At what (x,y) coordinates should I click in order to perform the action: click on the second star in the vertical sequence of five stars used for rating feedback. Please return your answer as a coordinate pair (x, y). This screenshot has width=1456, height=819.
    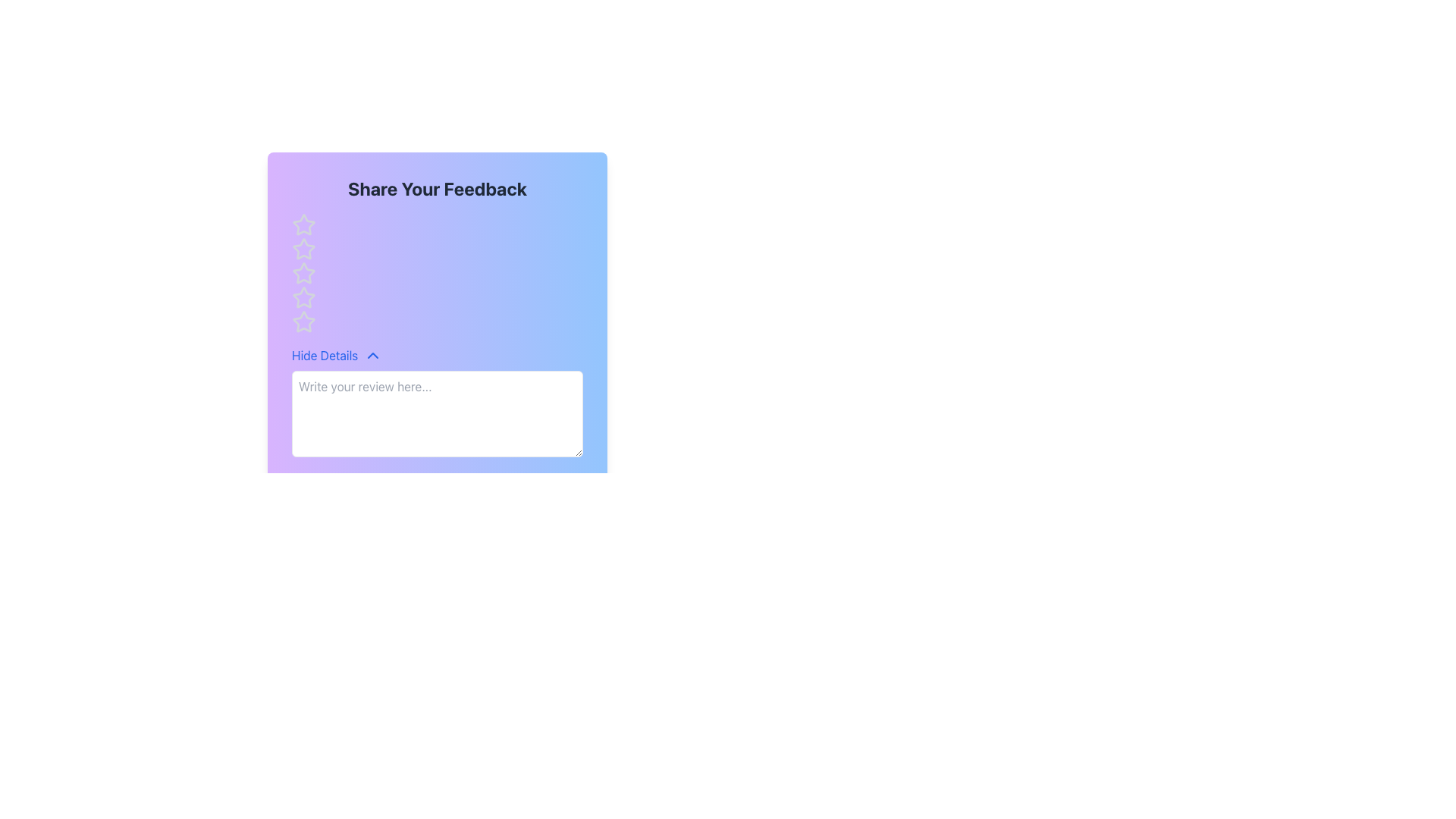
    Looking at the image, I should click on (303, 248).